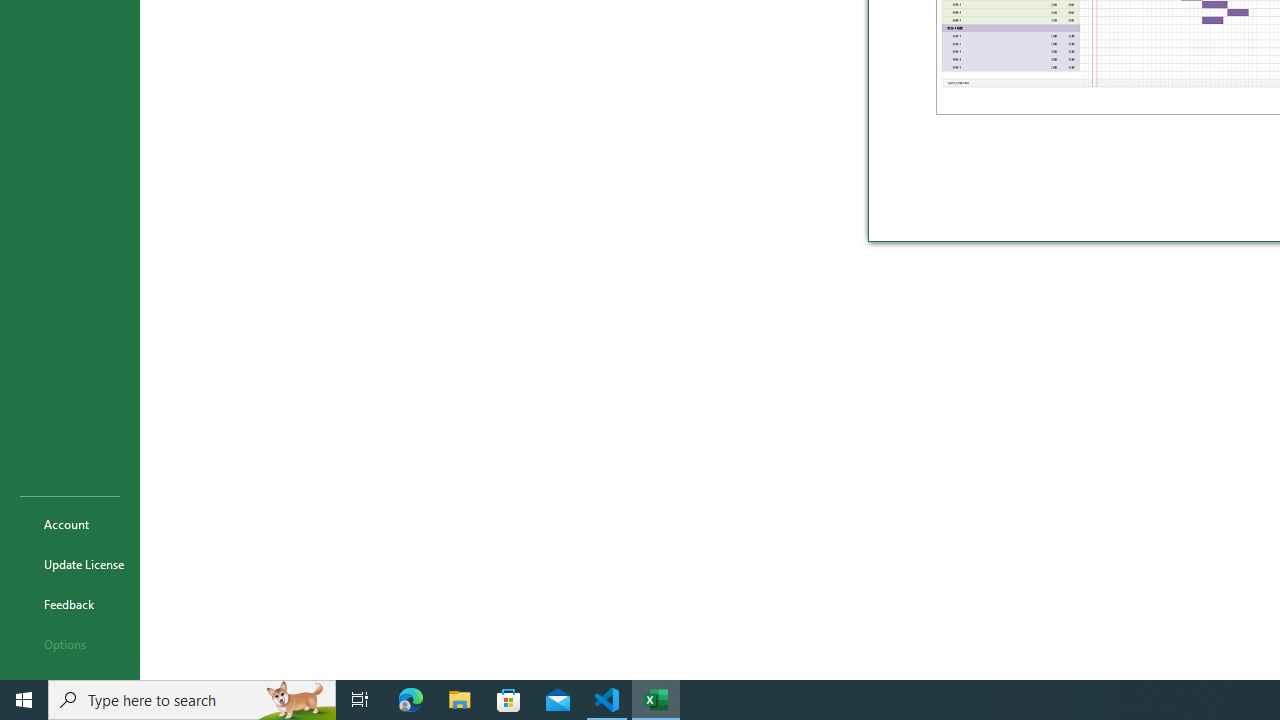 Image resolution: width=1280 pixels, height=720 pixels. Describe the element at coordinates (410, 698) in the screenshot. I see `'Microsoft Edge'` at that location.